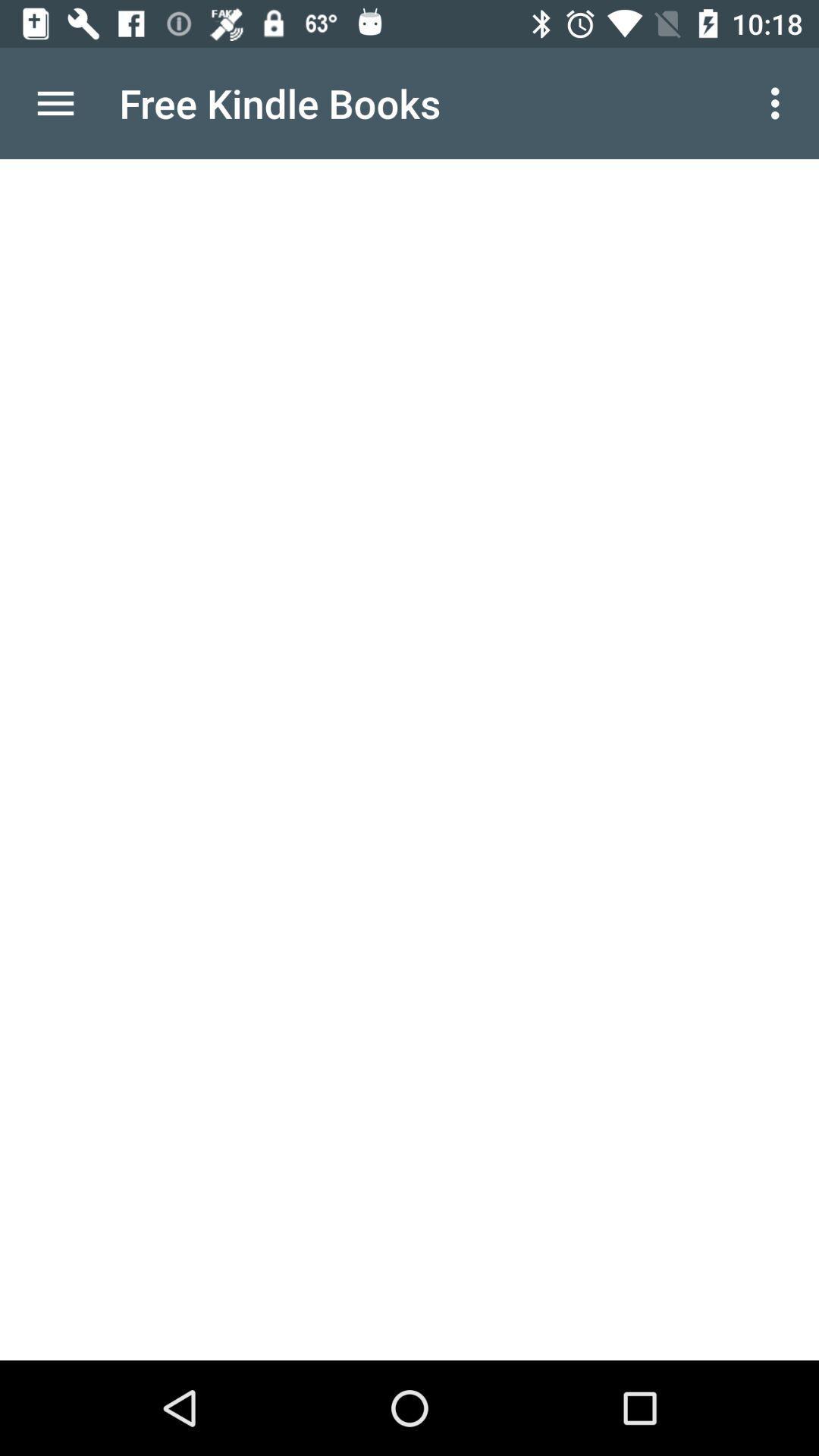 Image resolution: width=819 pixels, height=1456 pixels. I want to click on the item at the top left corner, so click(55, 102).